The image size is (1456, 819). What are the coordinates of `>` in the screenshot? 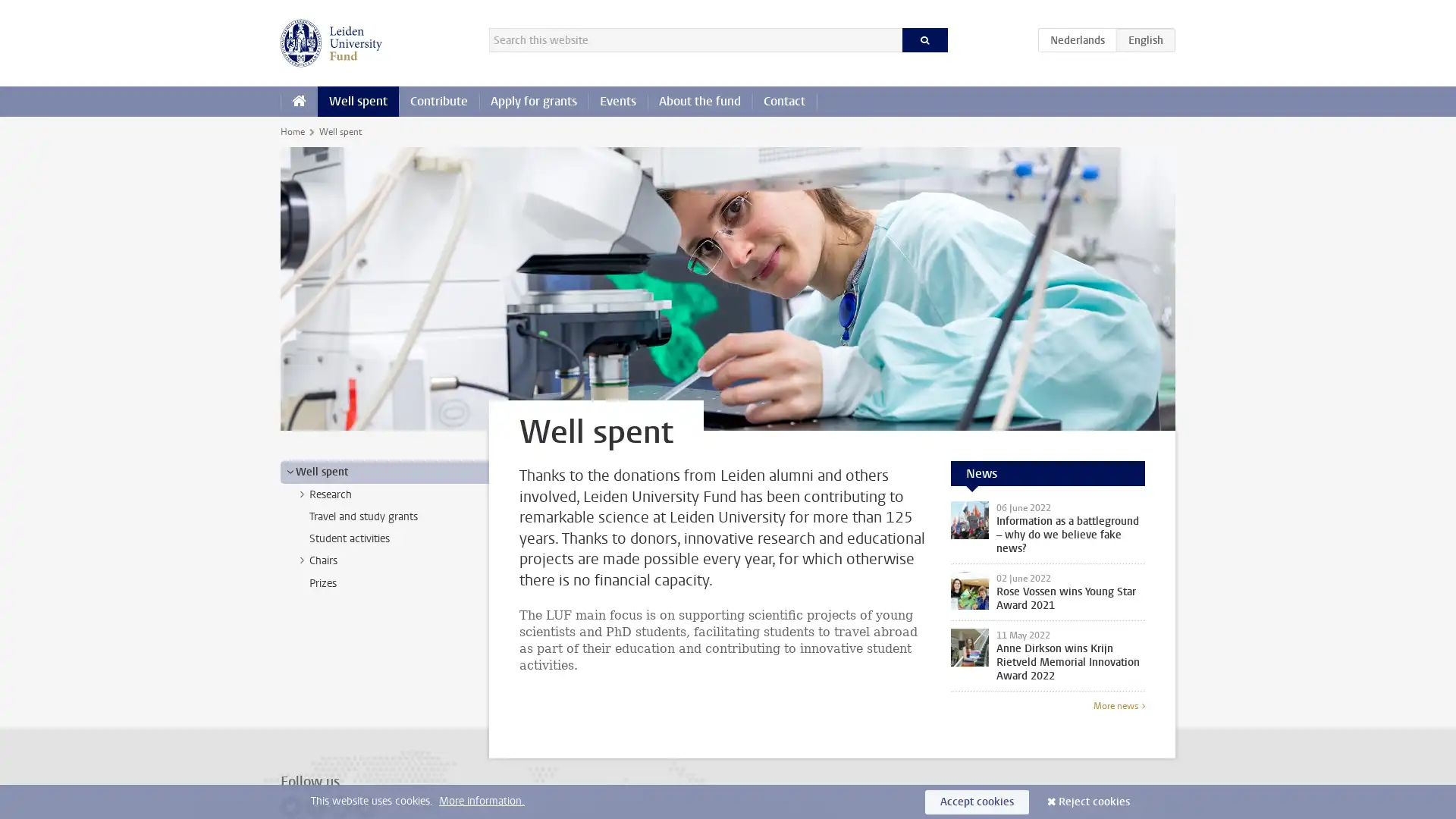 It's located at (290, 470).